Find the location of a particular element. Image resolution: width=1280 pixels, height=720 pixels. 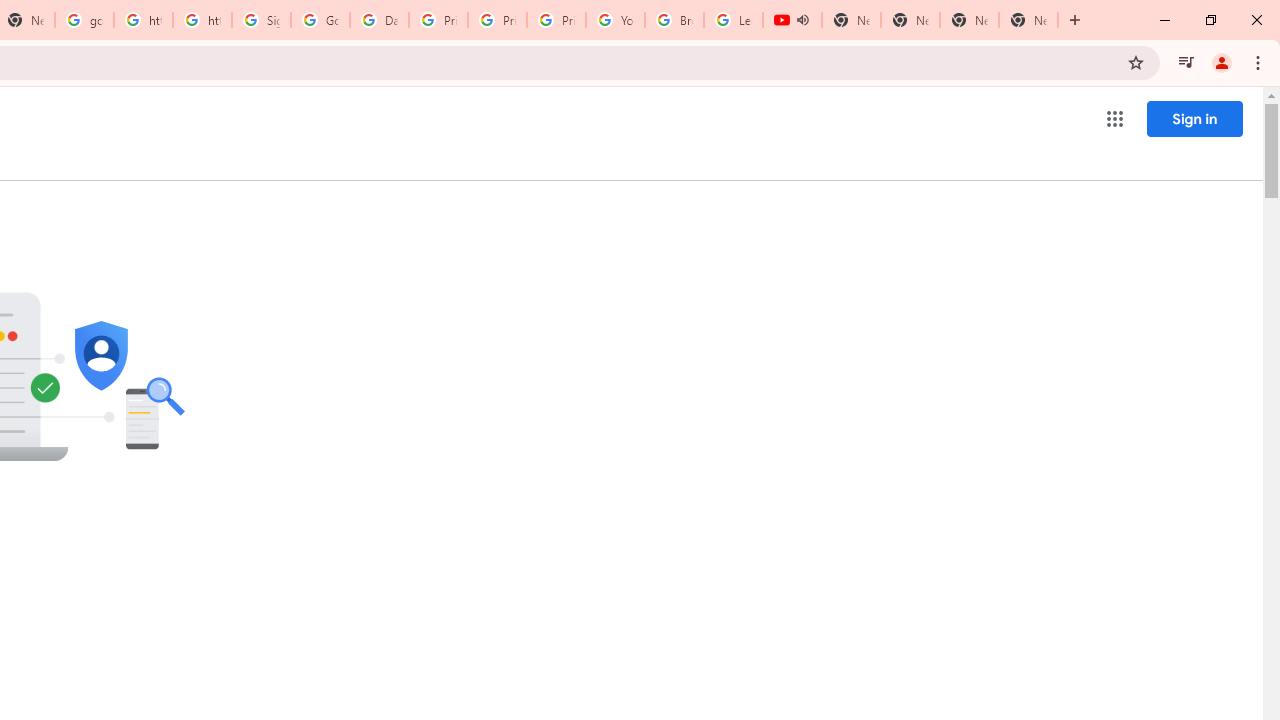

'YouTube' is located at coordinates (614, 20).